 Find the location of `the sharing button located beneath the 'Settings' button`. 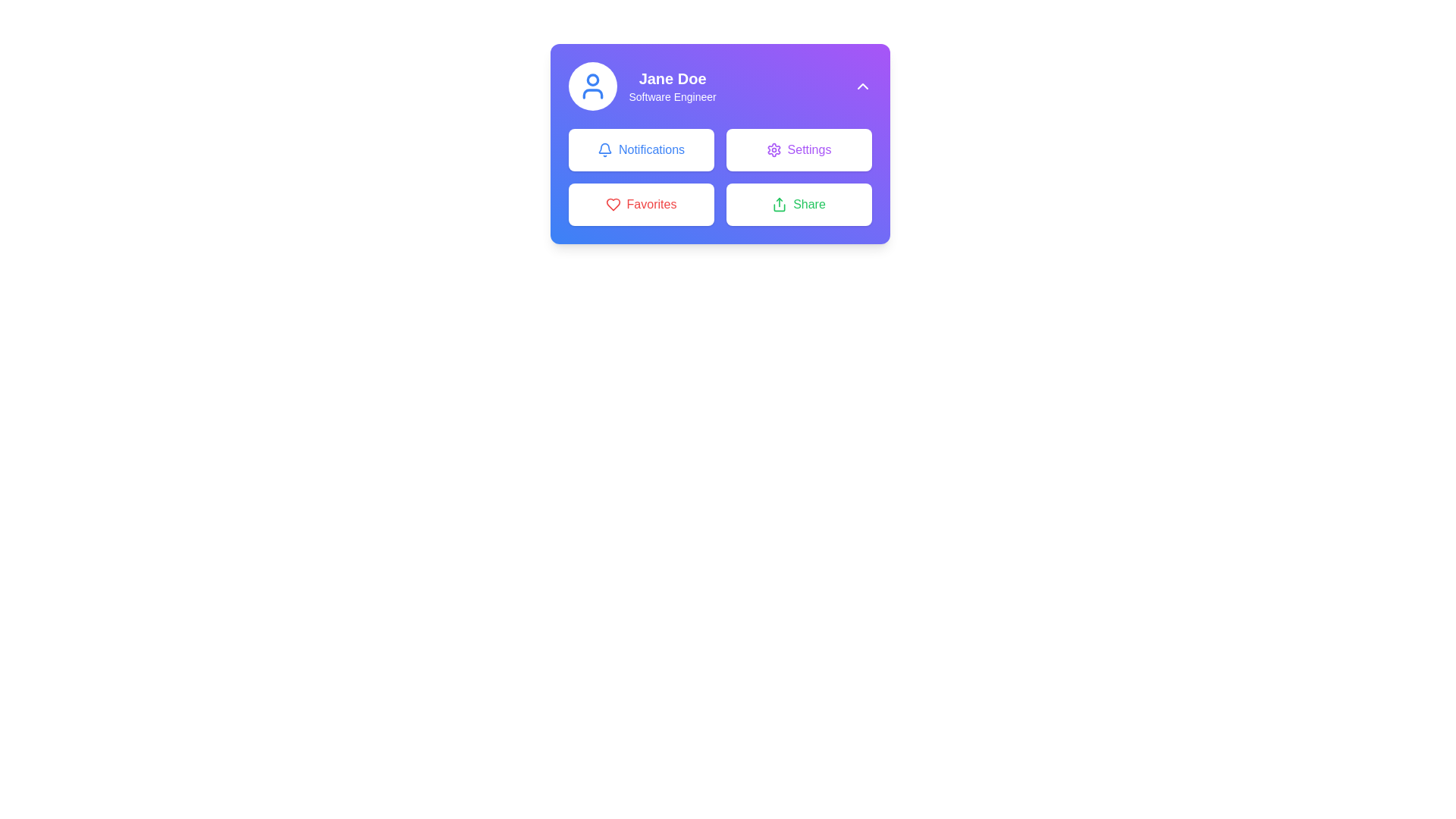

the sharing button located beneath the 'Settings' button is located at coordinates (798, 205).